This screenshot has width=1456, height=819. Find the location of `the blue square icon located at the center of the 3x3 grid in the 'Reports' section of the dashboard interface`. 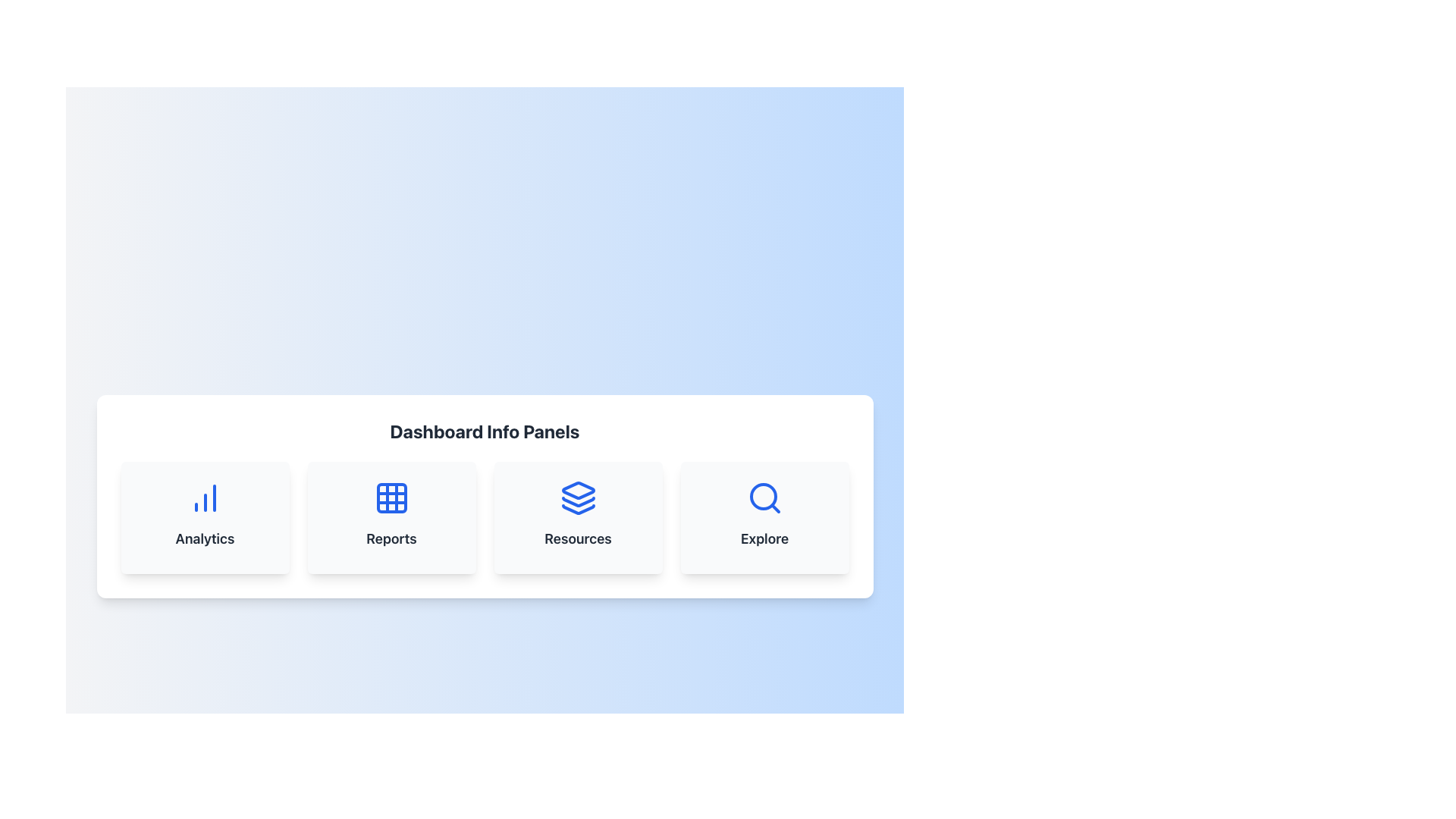

the blue square icon located at the center of the 3x3 grid in the 'Reports' section of the dashboard interface is located at coordinates (391, 497).